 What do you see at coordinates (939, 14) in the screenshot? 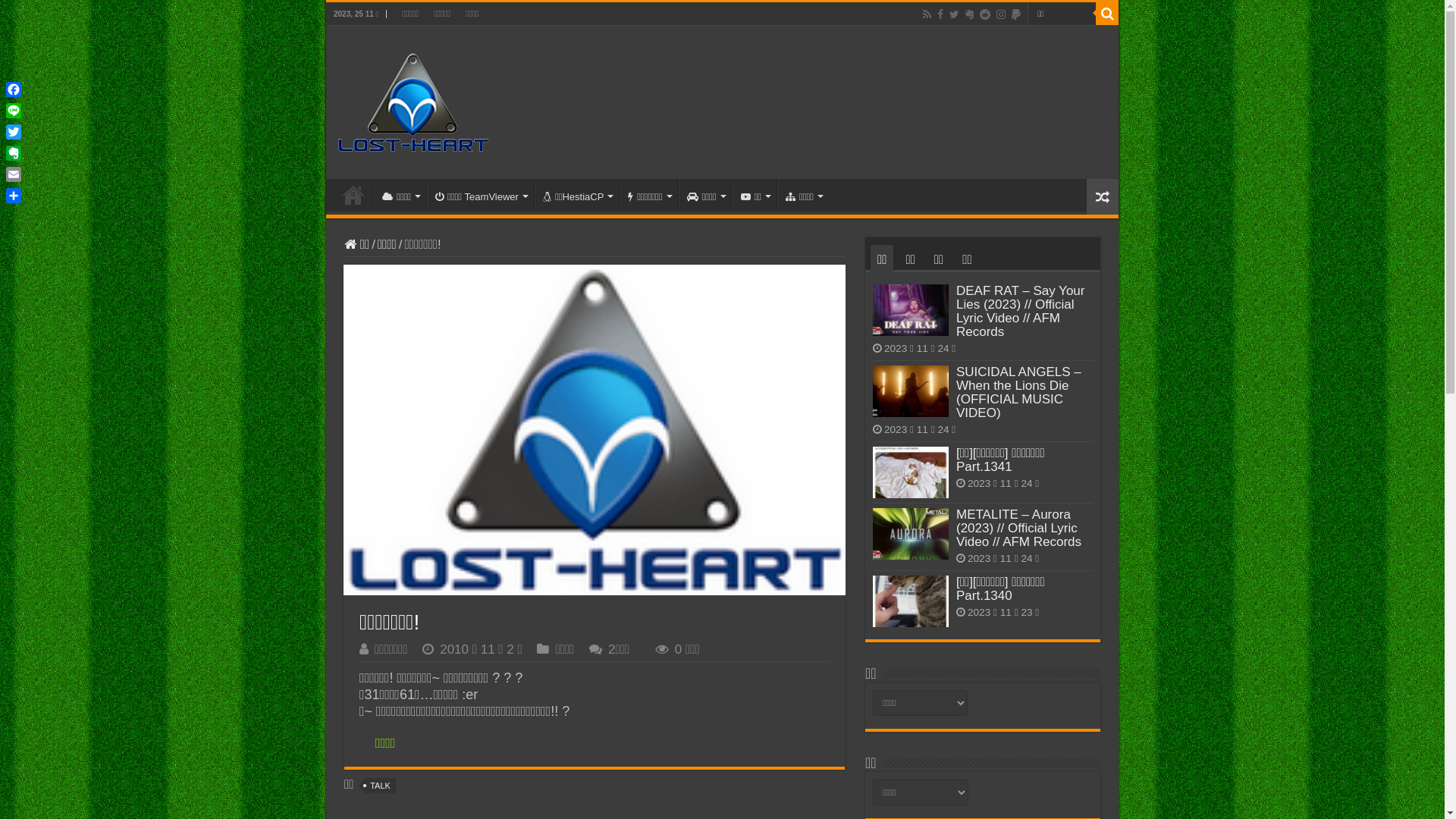
I see `'Facebook'` at bounding box center [939, 14].